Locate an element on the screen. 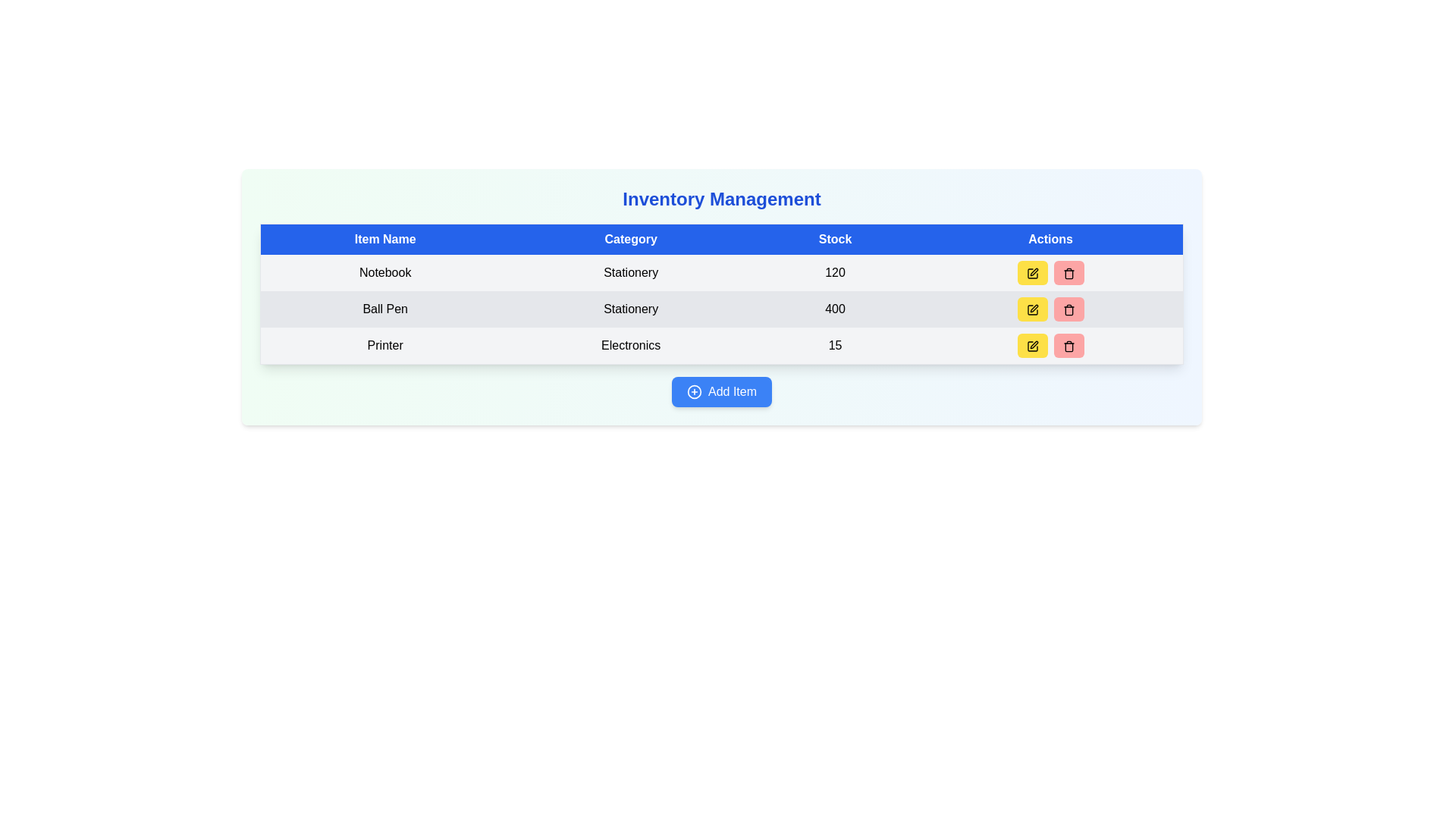 The height and width of the screenshot is (819, 1456). the edit button for the 'Ball Pen' item in the Inventory Management table to trigger hover effects is located at coordinates (1031, 309).